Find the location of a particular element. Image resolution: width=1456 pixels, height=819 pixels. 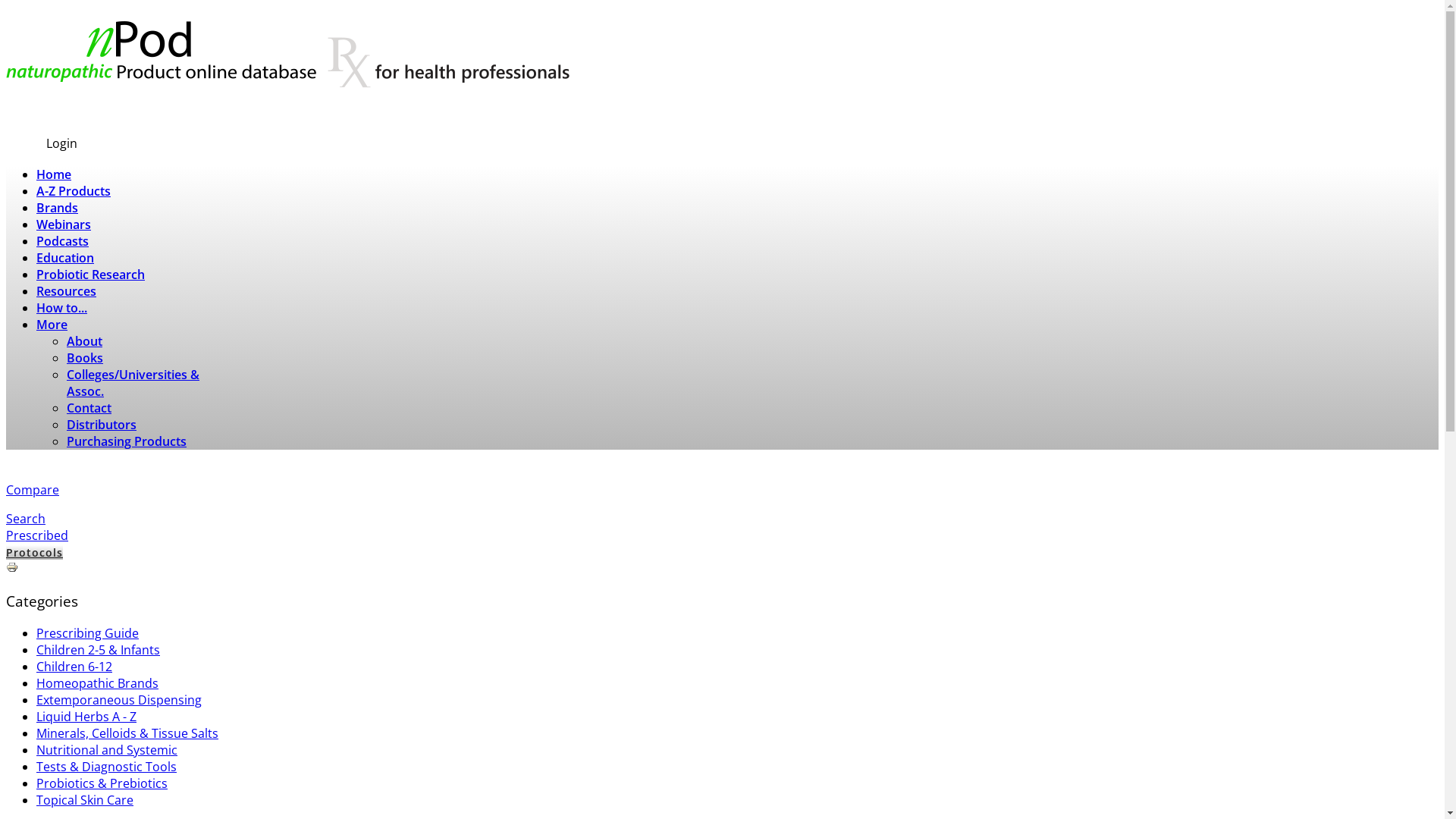

'Prescribing Guide' is located at coordinates (86, 632).